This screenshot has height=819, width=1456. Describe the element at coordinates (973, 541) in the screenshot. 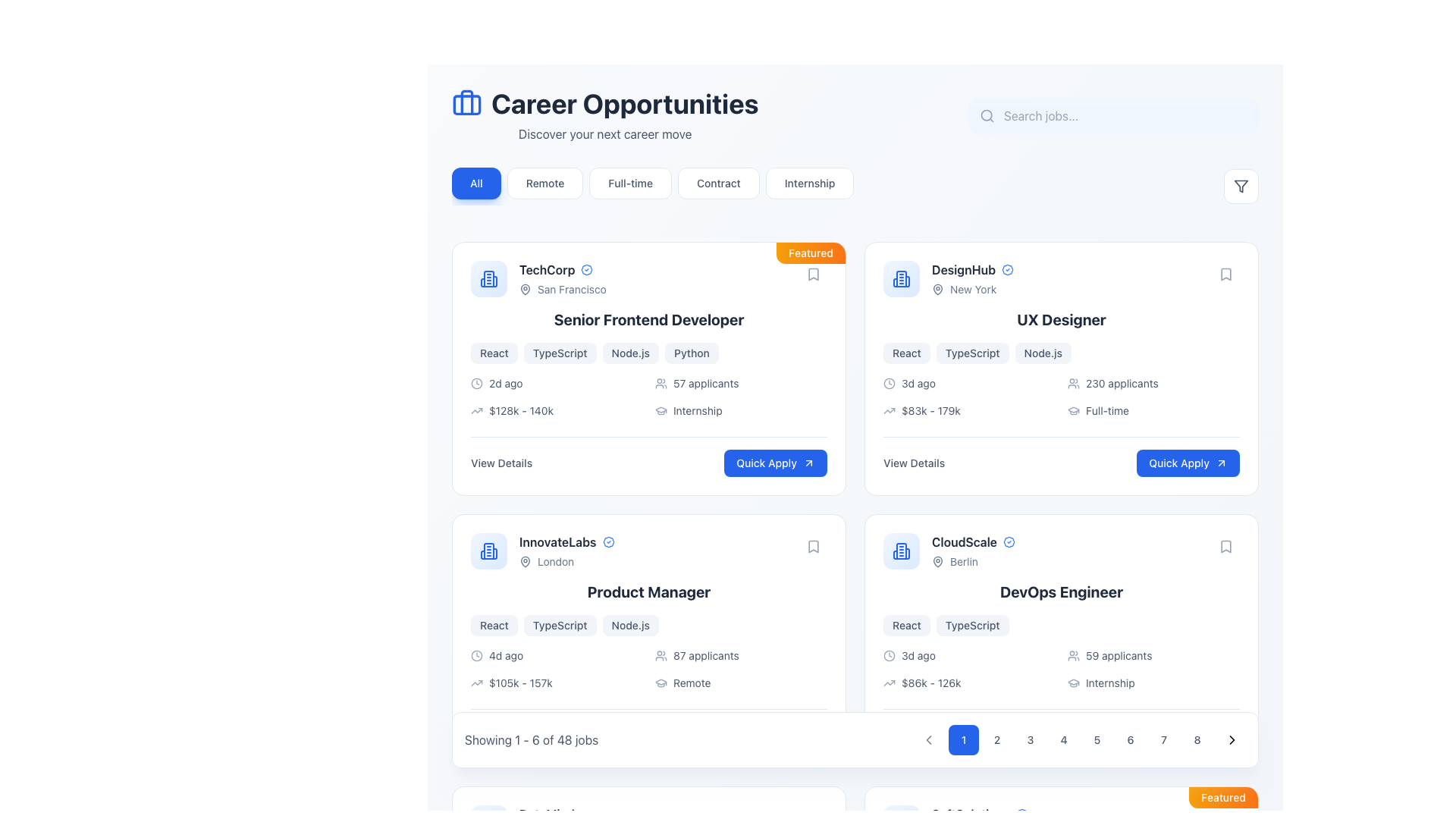

I see `the 'CloudScale' label with a blue verification badge, located in the middle-right region of the interface above the 'Berlin' label` at that location.